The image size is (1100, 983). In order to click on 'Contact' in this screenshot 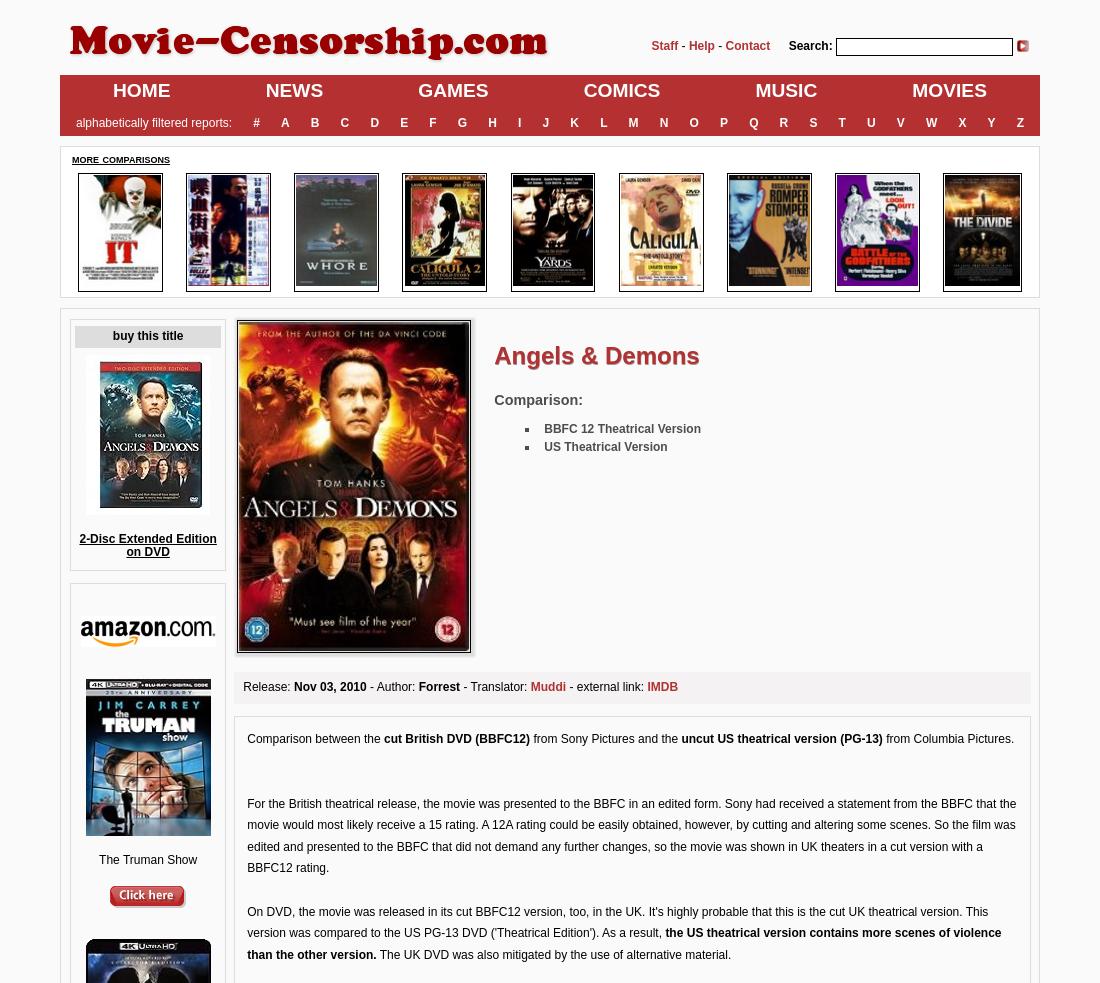, I will do `click(746, 45)`.